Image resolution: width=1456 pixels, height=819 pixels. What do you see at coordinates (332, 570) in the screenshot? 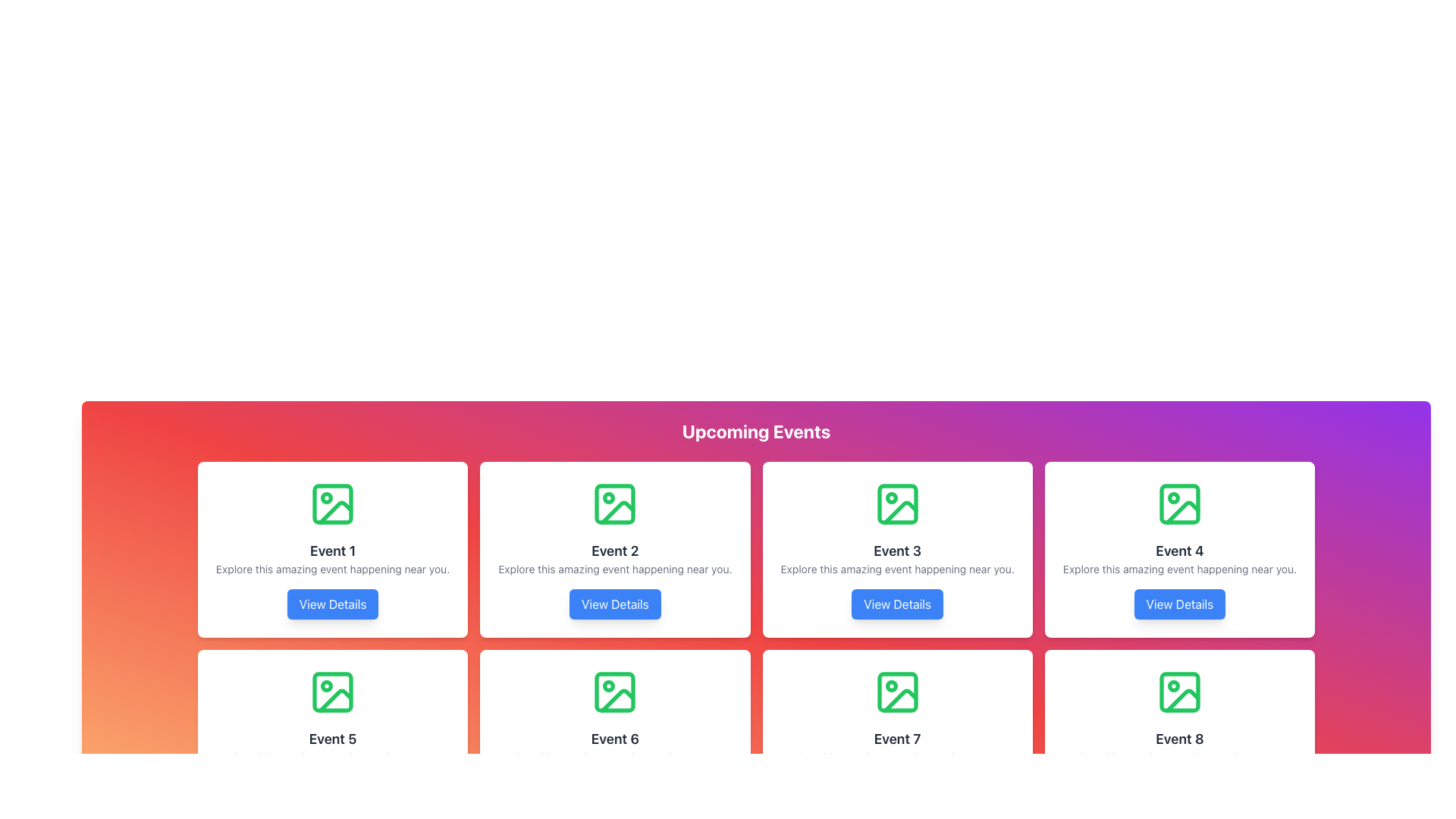
I see `the text 'Explore this amazing event happening near you.' located within the card labeled 'Event 1'` at bounding box center [332, 570].